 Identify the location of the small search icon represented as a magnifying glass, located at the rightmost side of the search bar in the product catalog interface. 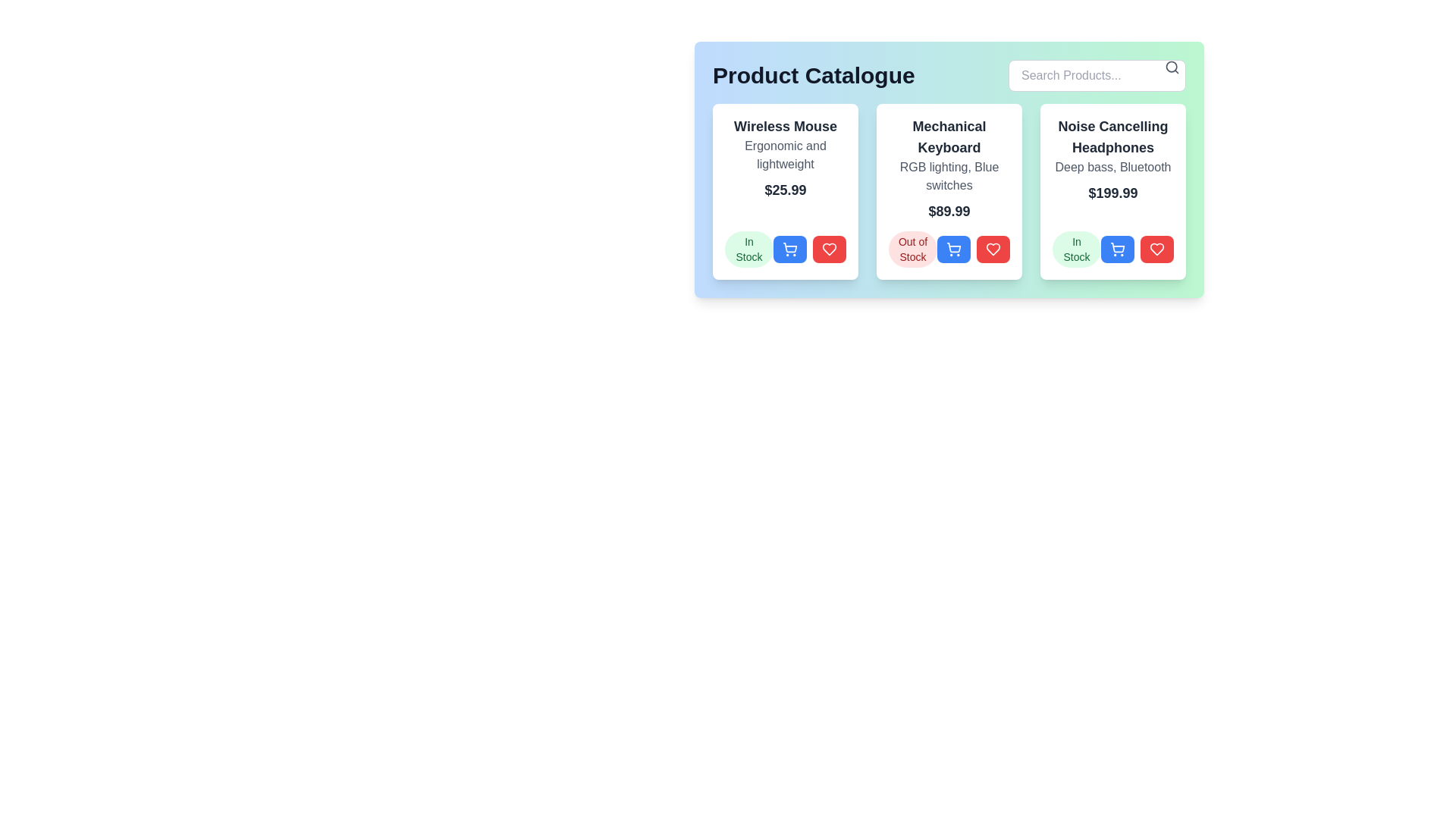
(1171, 66).